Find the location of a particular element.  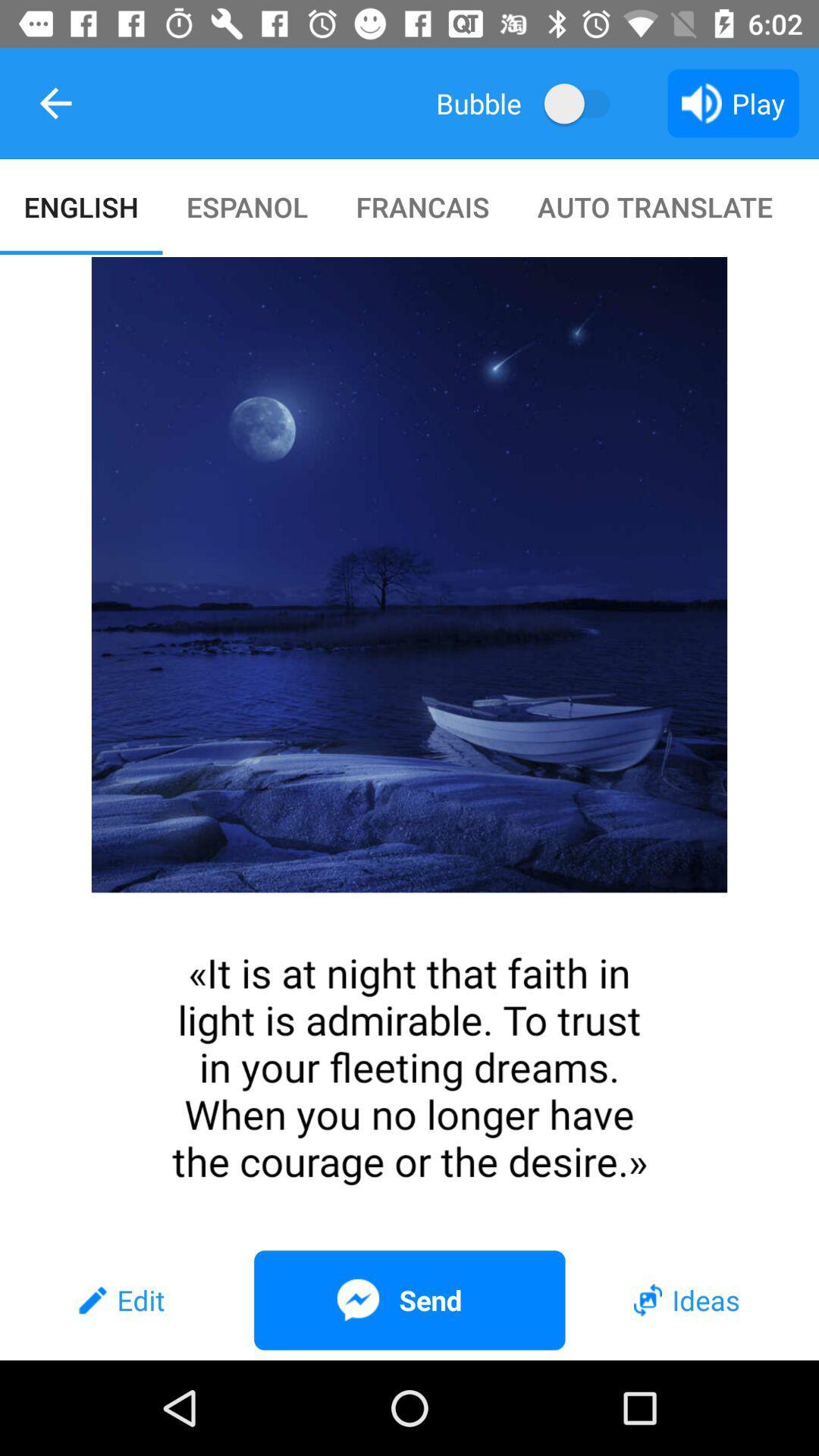

item above english icon is located at coordinates (55, 102).